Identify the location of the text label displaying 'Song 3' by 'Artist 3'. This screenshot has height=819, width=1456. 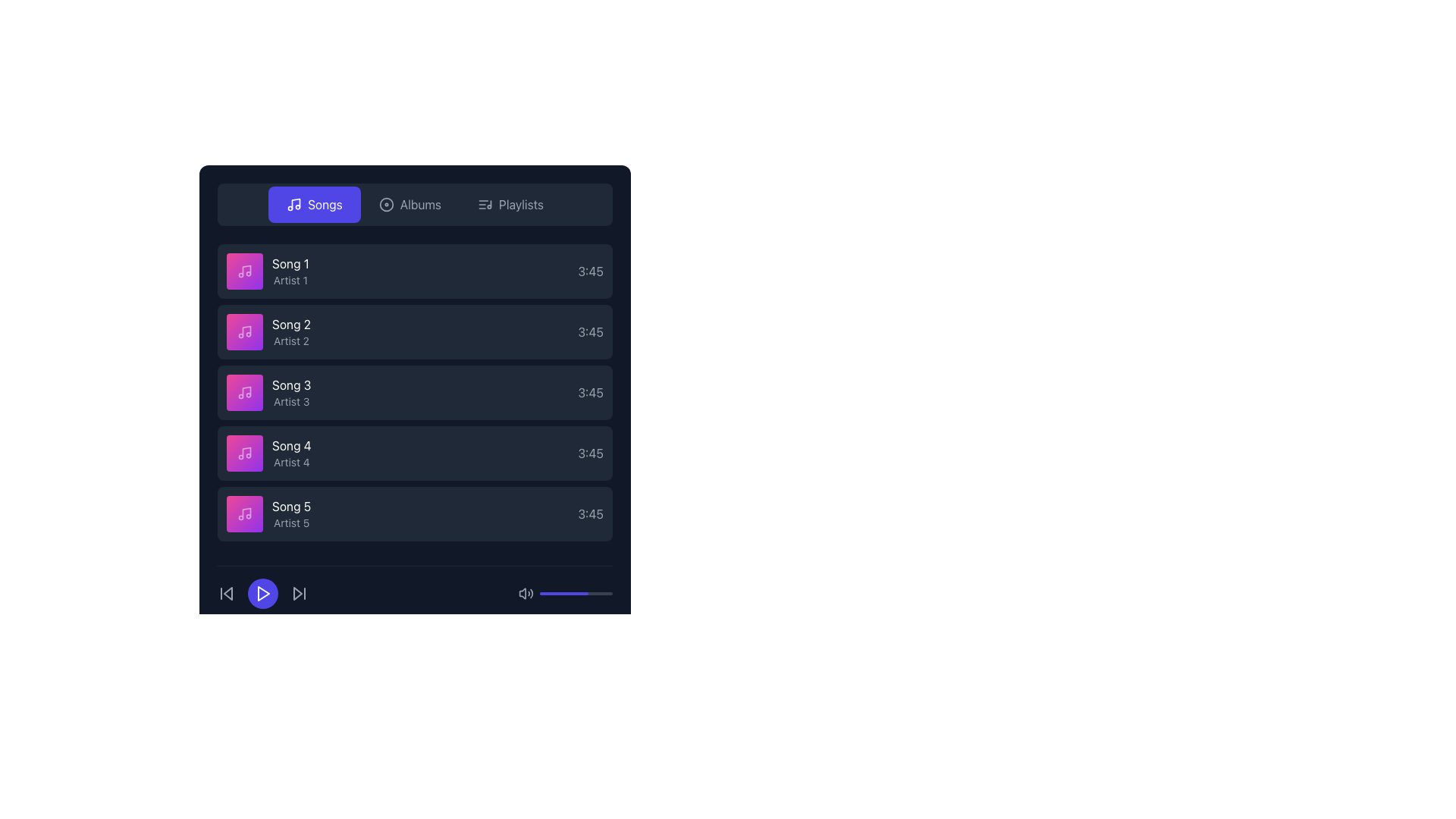
(291, 391).